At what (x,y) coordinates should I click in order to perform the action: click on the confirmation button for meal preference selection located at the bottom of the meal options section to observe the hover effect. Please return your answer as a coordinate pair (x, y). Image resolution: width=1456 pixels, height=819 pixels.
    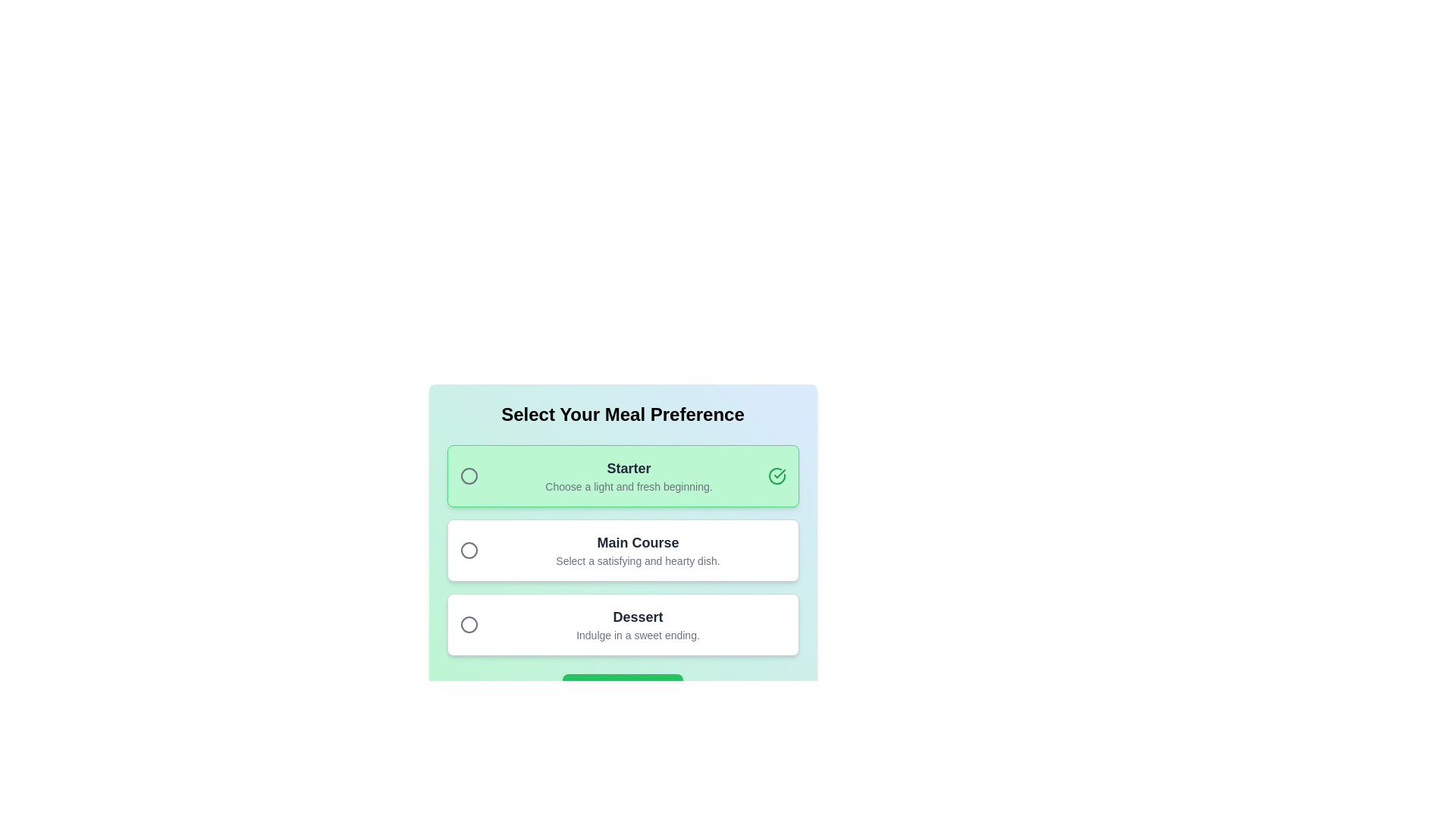
    Looking at the image, I should click on (623, 689).